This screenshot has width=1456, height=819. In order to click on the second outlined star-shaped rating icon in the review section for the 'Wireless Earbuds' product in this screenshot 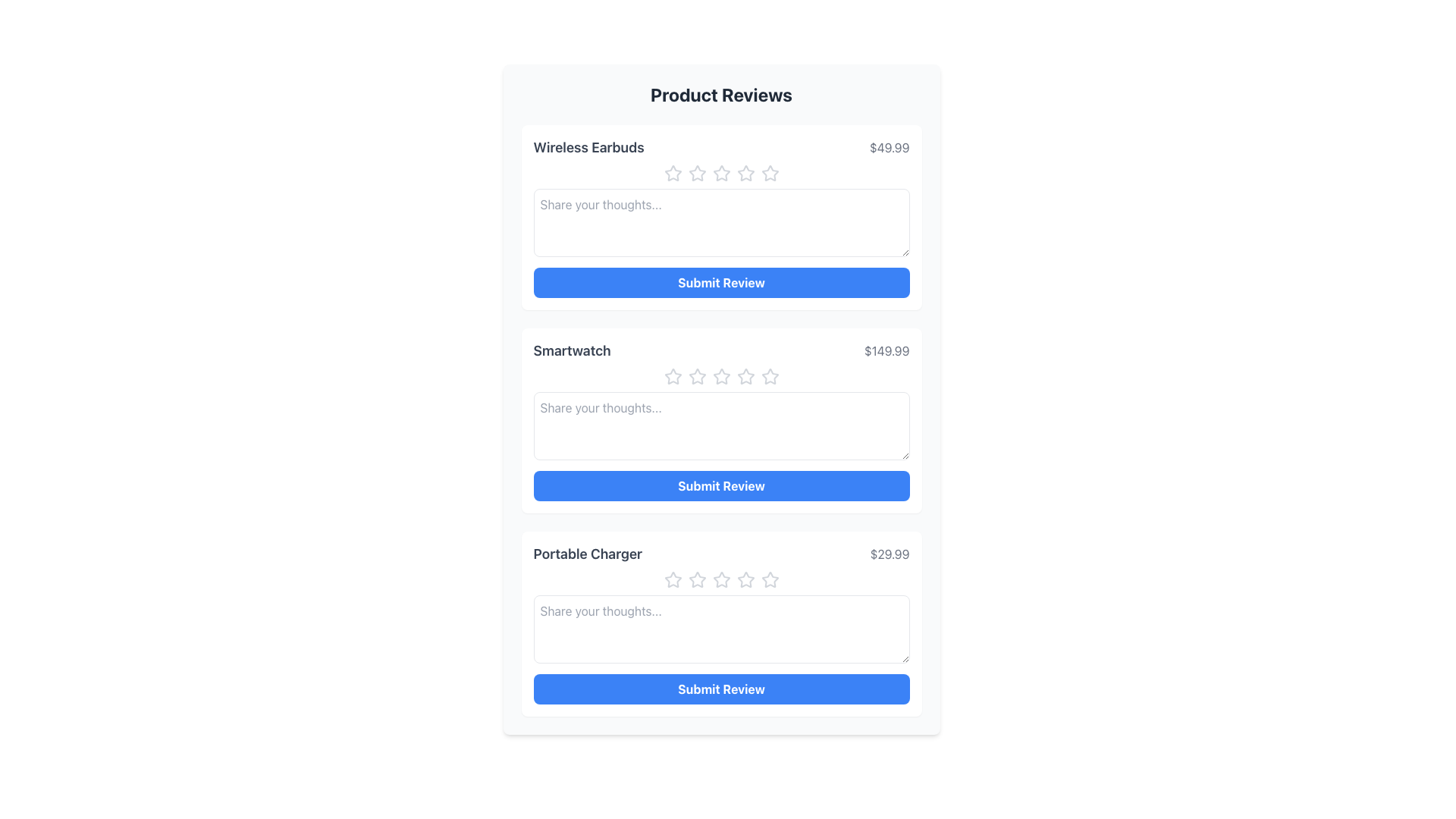, I will do `click(696, 172)`.